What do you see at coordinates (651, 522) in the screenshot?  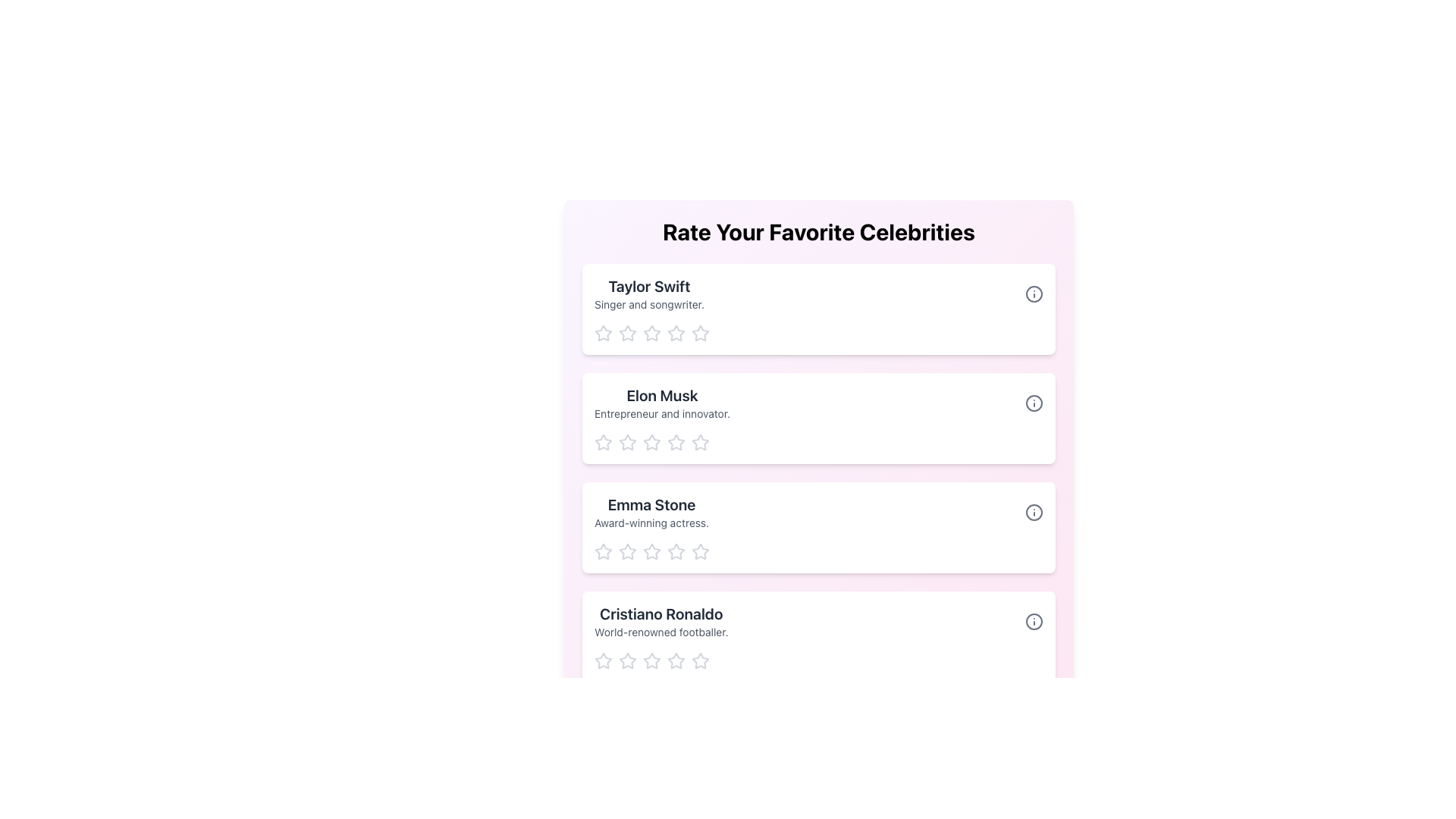 I see `the Text Label element that reads 'Award-winning actress,' which is styled in a smaller gray font and located directly below 'Emma Stone' within its card-like section` at bounding box center [651, 522].